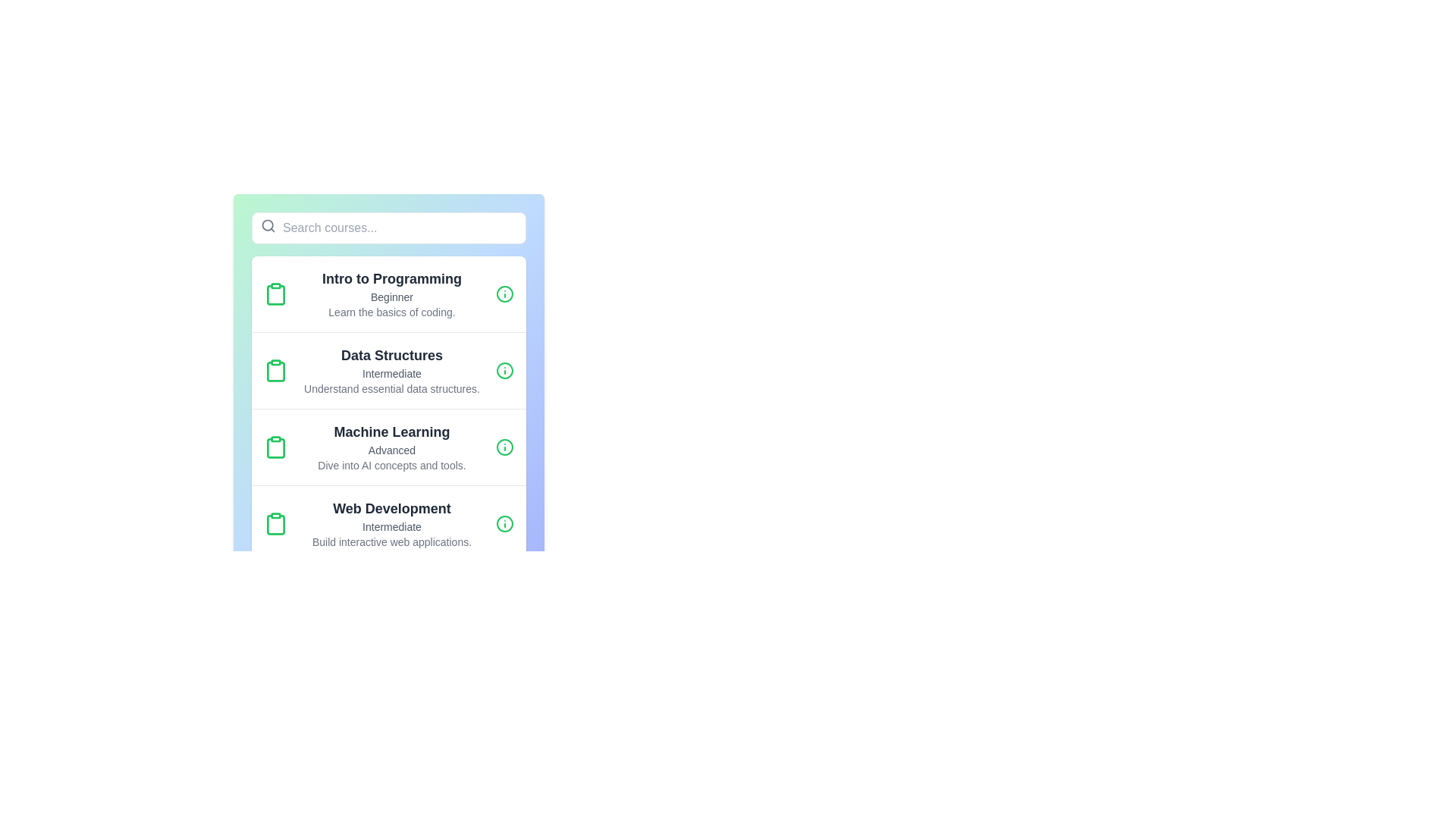 The image size is (1456, 819). Describe the element at coordinates (276, 294) in the screenshot. I see `the graphic icon resembling a clipboard with a green border and a white fill, located in the top-left corner of the list item for 'Intro to Programming'` at that location.